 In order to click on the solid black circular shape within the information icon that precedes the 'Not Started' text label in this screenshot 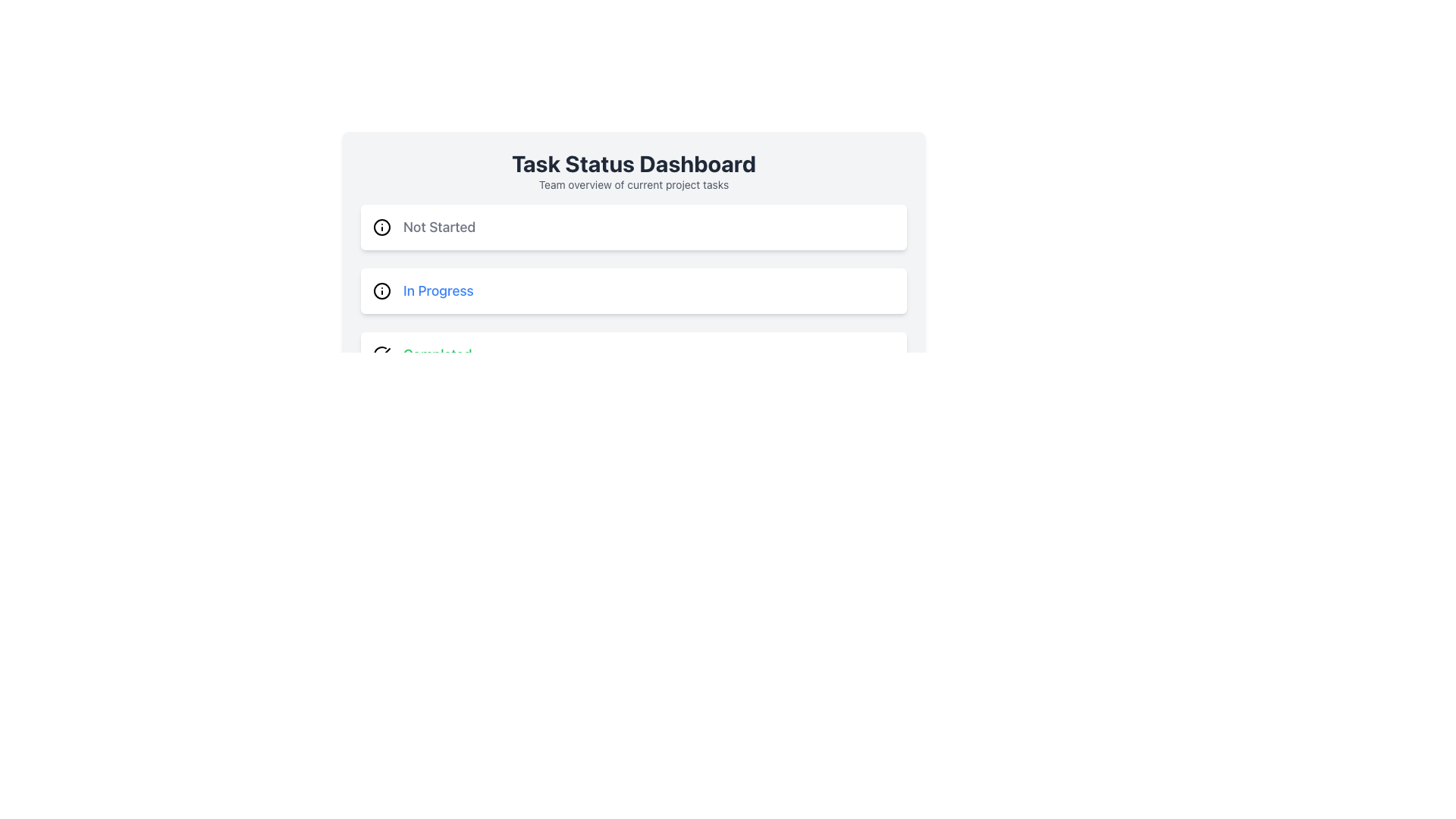, I will do `click(382, 291)`.